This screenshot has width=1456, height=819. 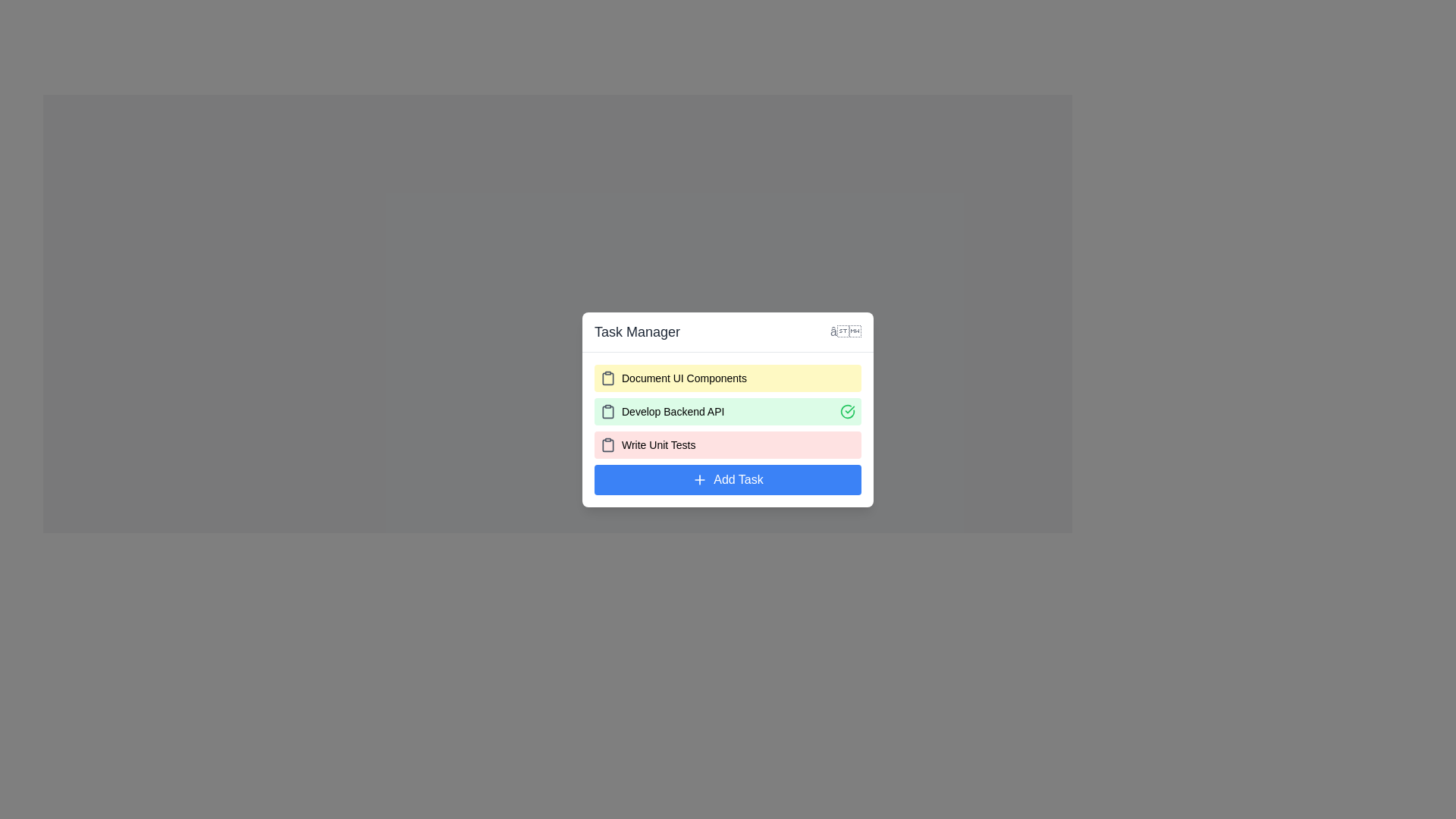 I want to click on task name 'Write Unit Tests' from the task item display, which is a rectangular block with a light red background, featuring a clipboard icon on the left and bold text on the right, so click(x=728, y=444).